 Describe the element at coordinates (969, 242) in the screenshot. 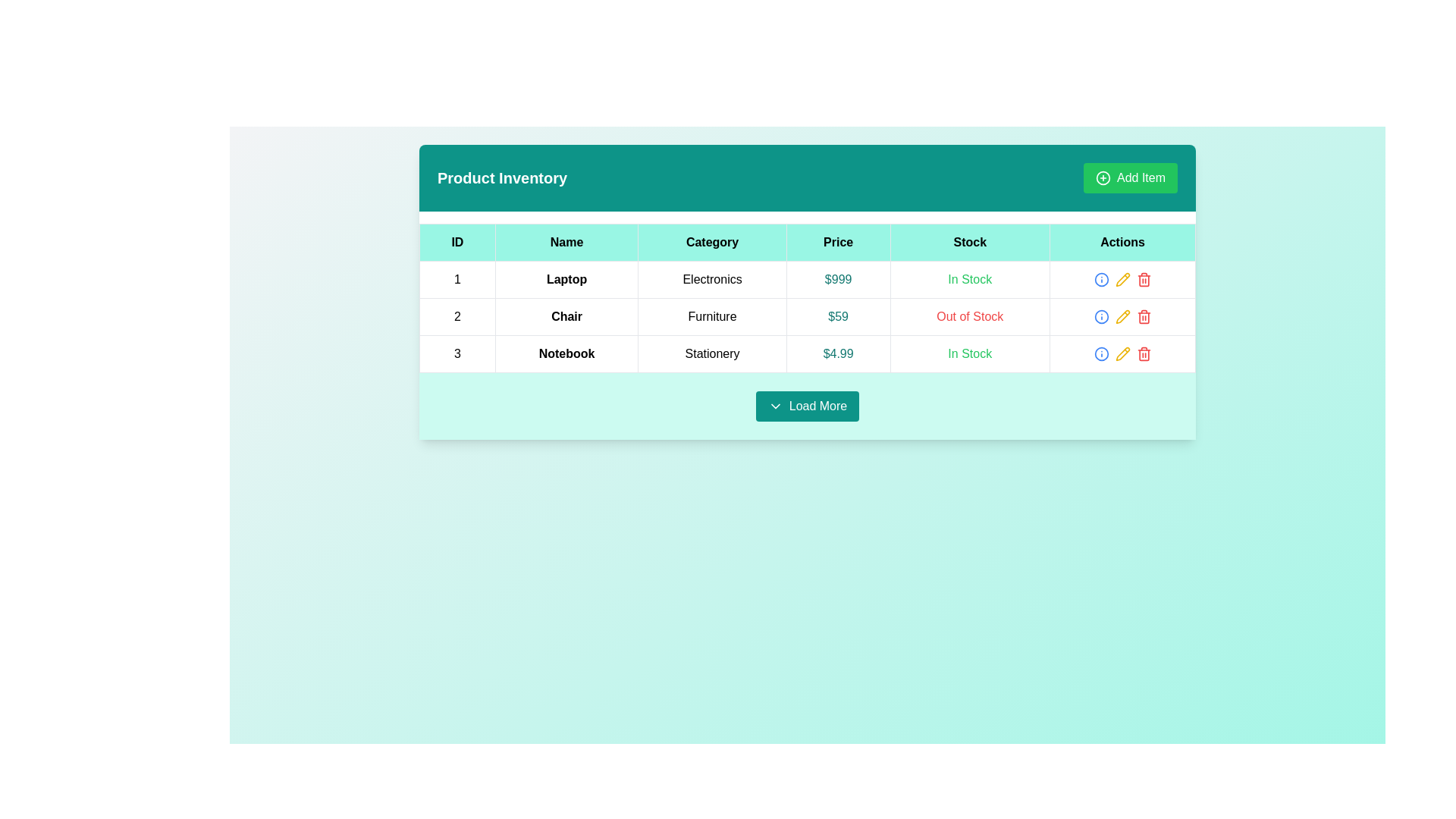

I see `the 'Stock' text label, which is displayed in bold black text on a light green background and is located in the fifth column of the header row of a table-like structure` at that location.